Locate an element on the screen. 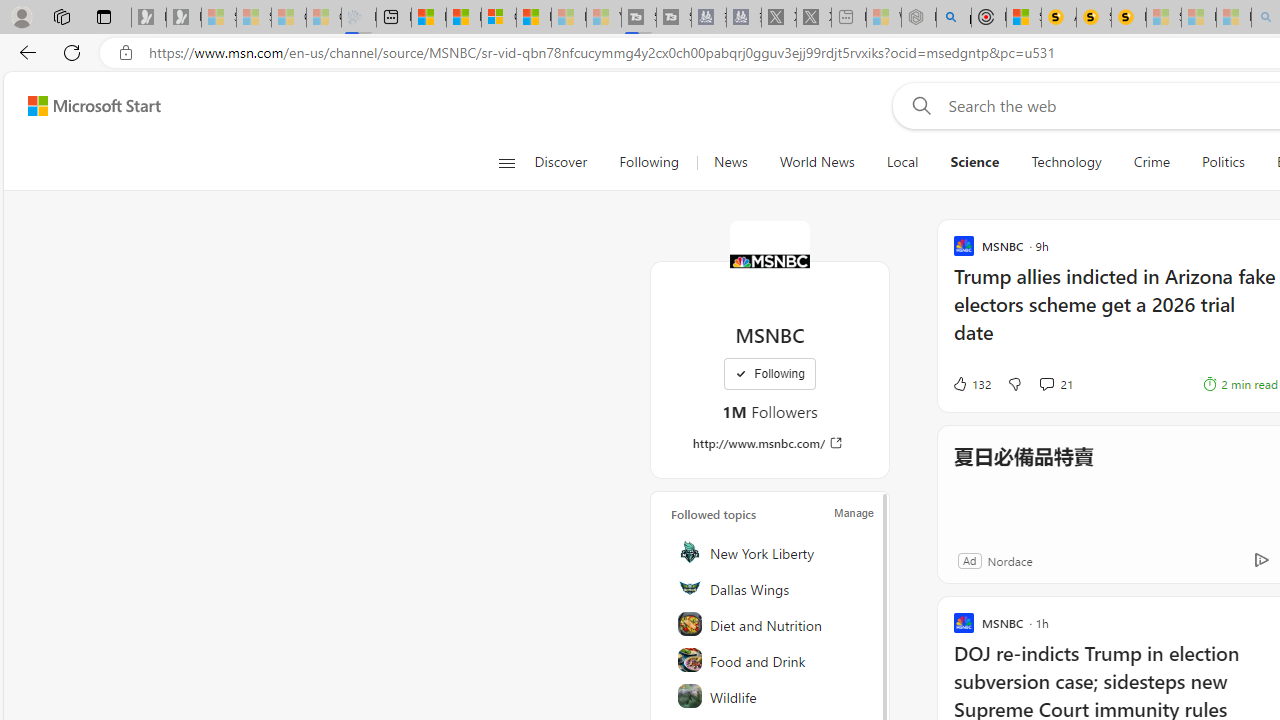 The width and height of the screenshot is (1280, 720). 'poe - Search' is located at coordinates (953, 17).